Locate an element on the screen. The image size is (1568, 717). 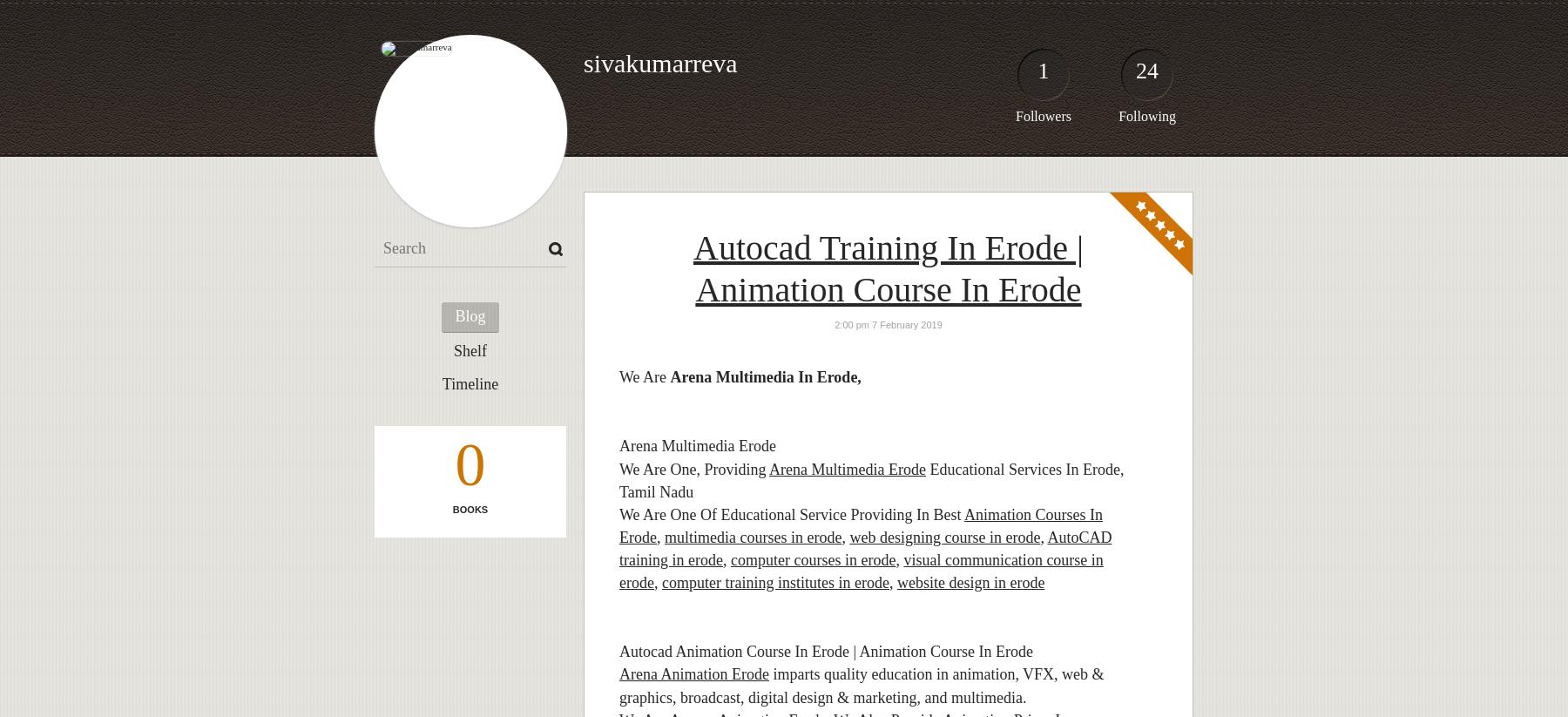
'Shelf' is located at coordinates (470, 349).